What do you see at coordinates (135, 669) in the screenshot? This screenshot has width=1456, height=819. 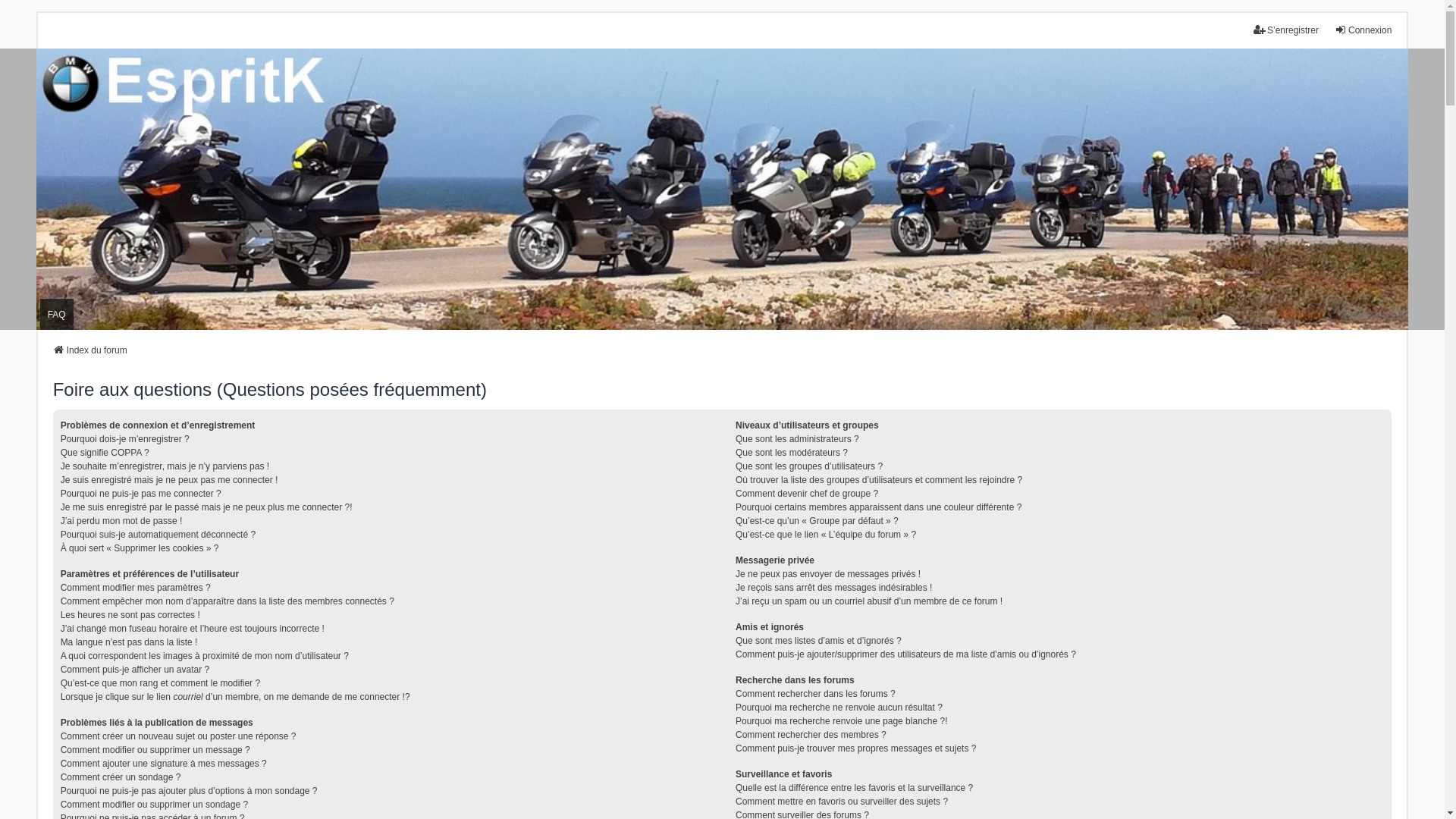 I see `'Comment puis-je afficher un avatar ?'` at bounding box center [135, 669].